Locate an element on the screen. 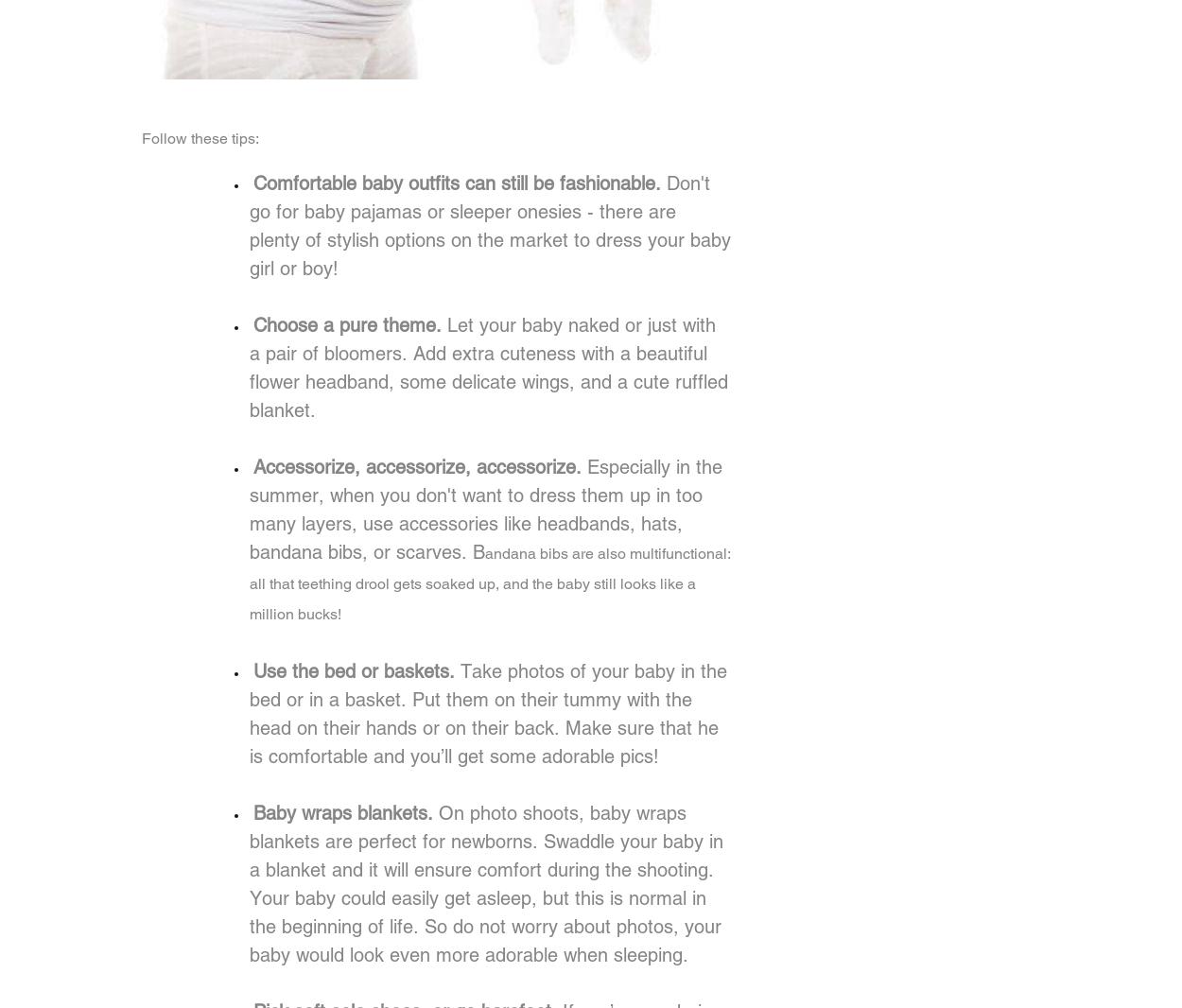 This screenshot has height=1008, width=1182. 'Use the bed or baskets.' is located at coordinates (353, 669).